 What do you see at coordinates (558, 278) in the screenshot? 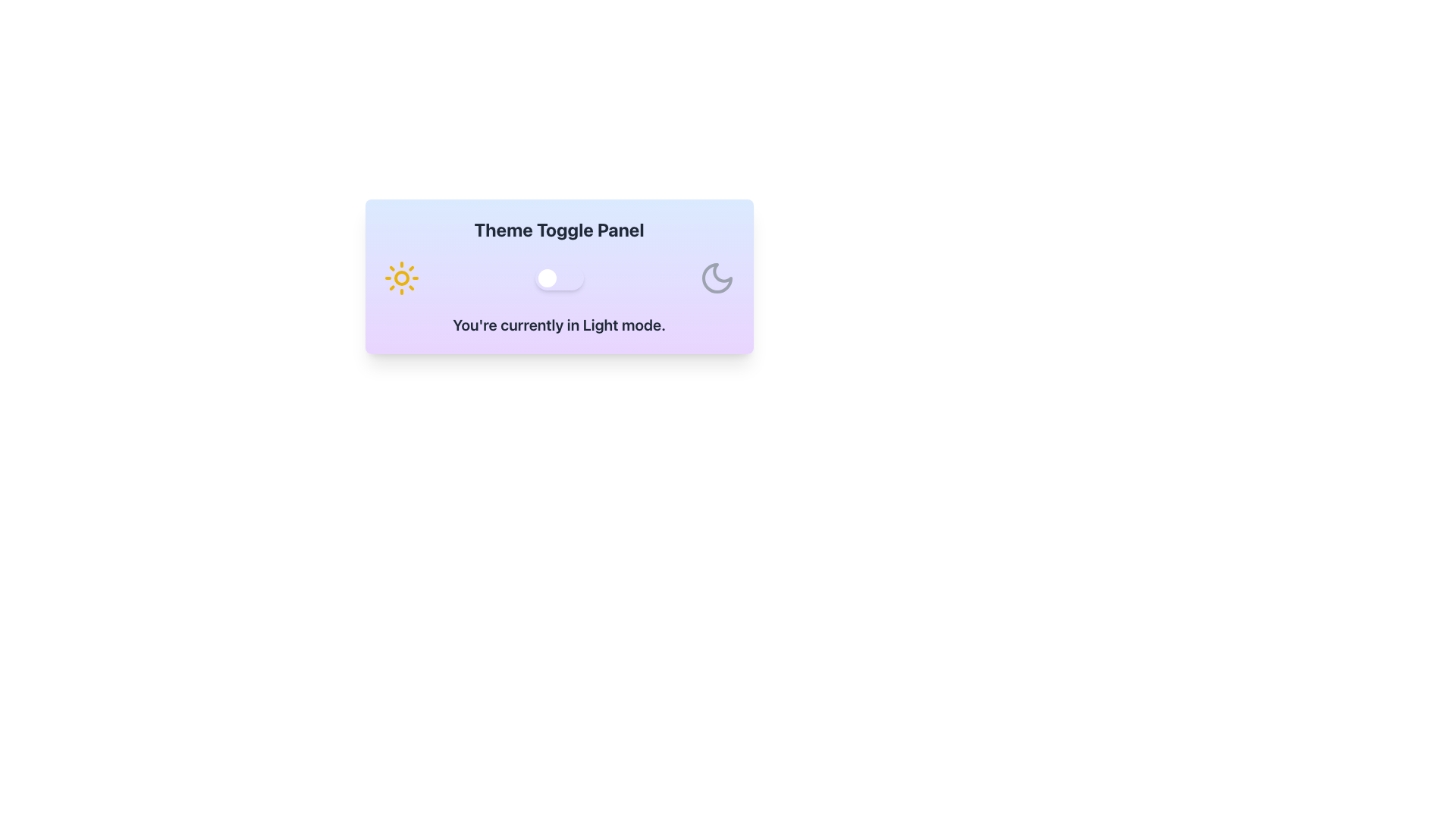
I see `the toggle switch located beneath the title 'Theme Toggle Panel' for potential visual feedback` at bounding box center [558, 278].